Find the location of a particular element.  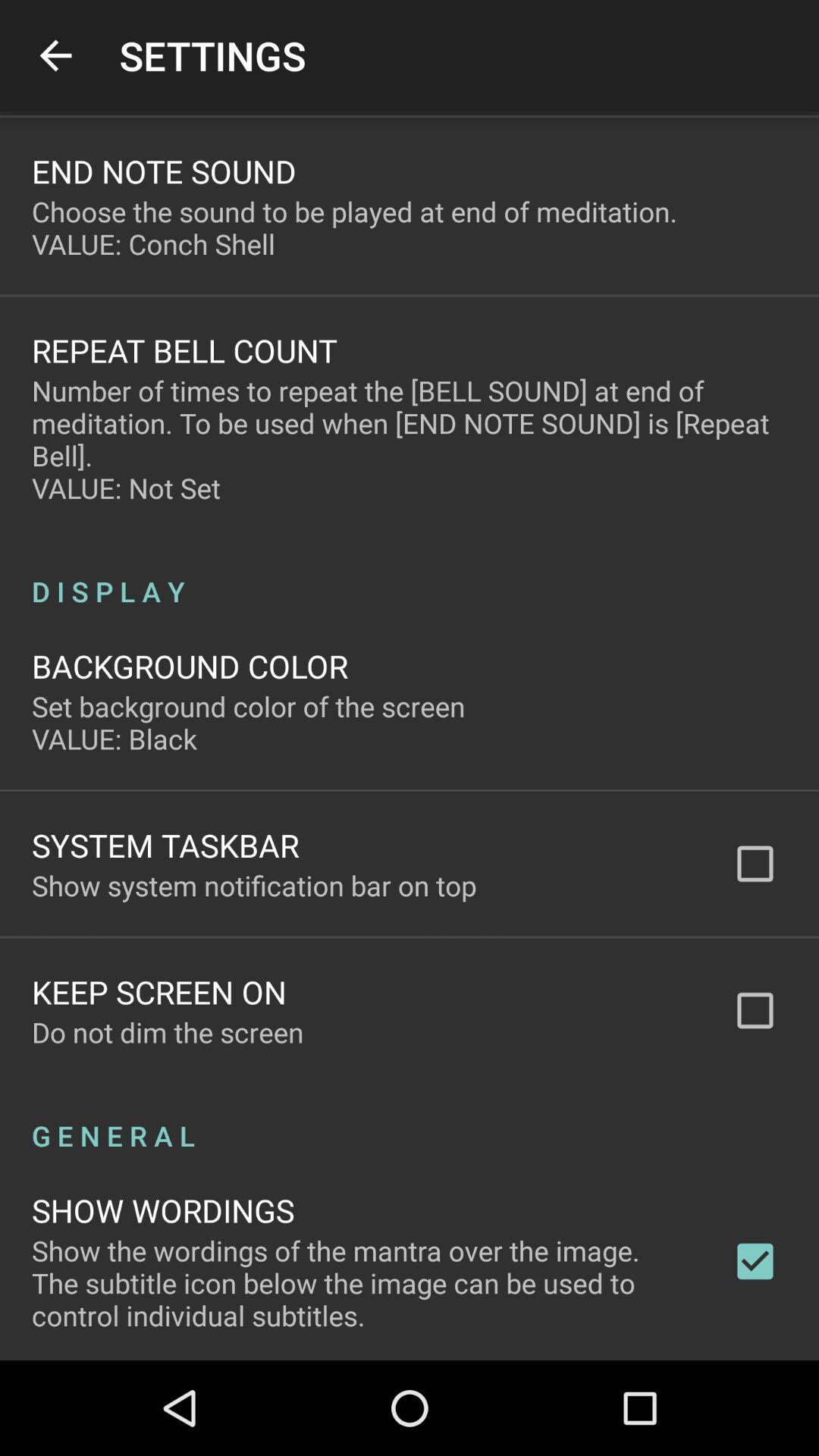

icon next to settings icon is located at coordinates (55, 55).